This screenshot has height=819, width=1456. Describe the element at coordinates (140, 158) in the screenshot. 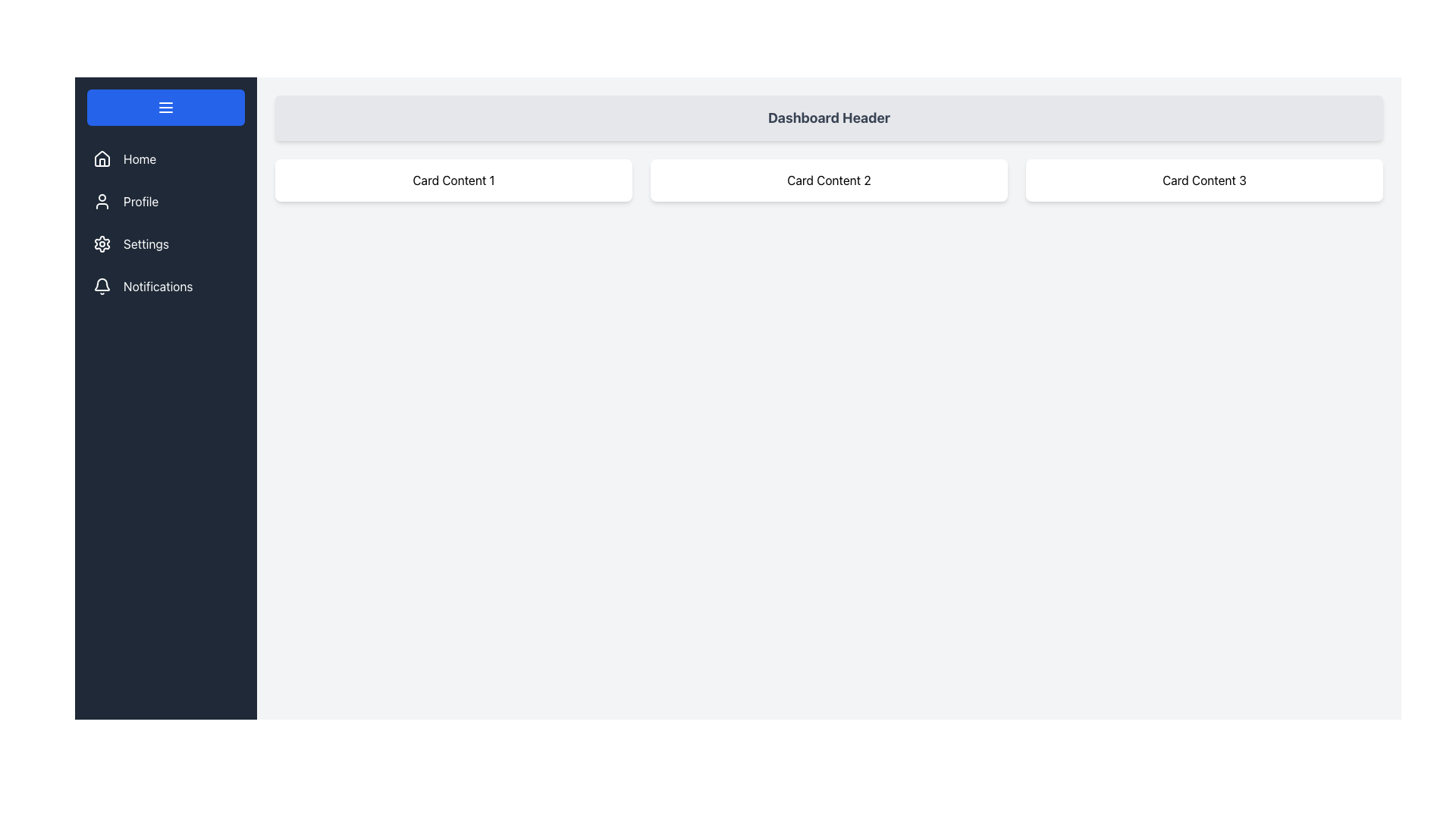

I see `the 'Home' text label in the vertical navigation menu, which indicates the button's purpose for navigating to the homepage` at that location.